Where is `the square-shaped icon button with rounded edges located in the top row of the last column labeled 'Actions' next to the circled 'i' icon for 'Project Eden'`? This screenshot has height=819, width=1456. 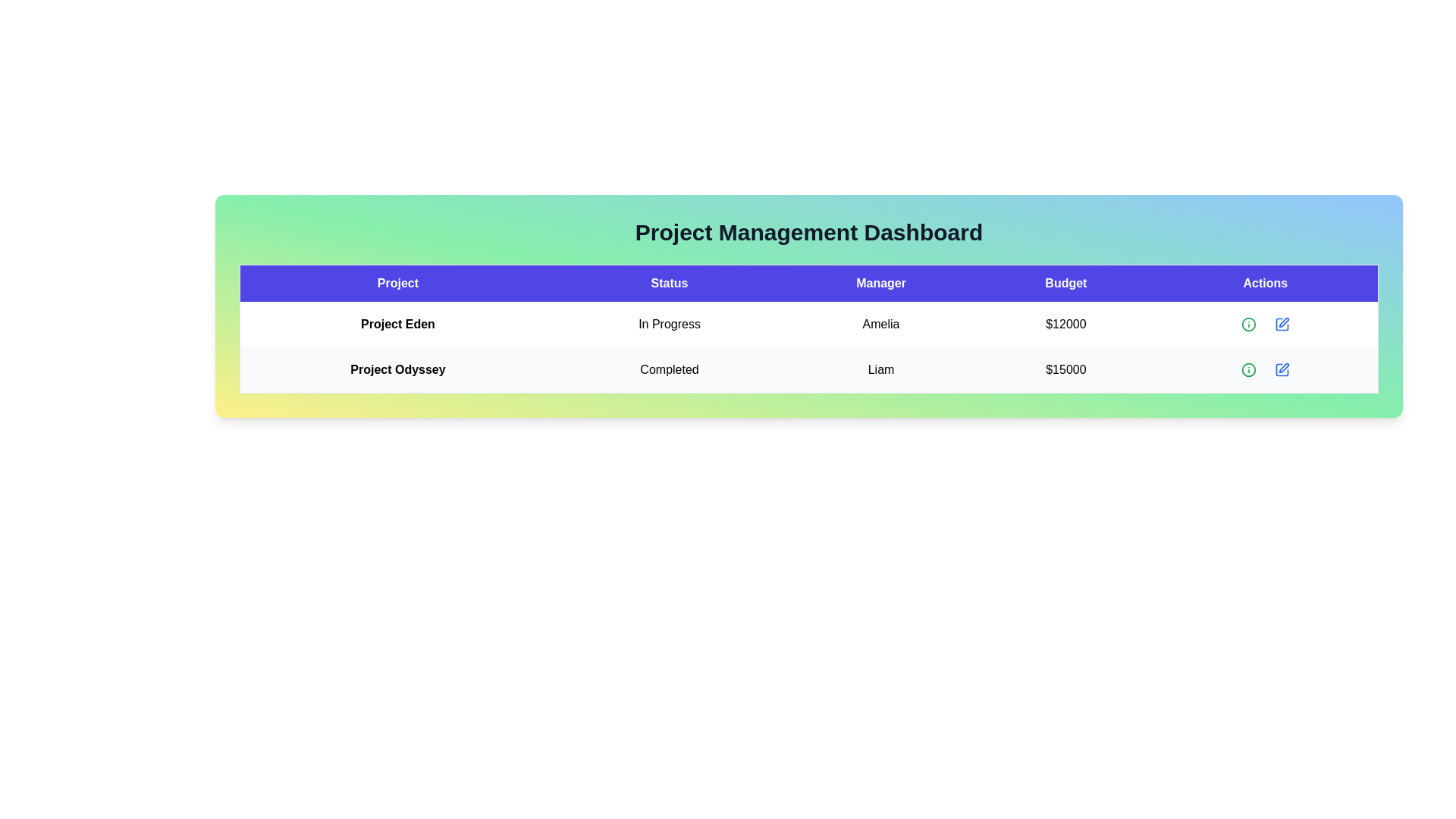 the square-shaped icon button with rounded edges located in the top row of the last column labeled 'Actions' next to the circled 'i' icon for 'Project Eden' is located at coordinates (1281, 324).